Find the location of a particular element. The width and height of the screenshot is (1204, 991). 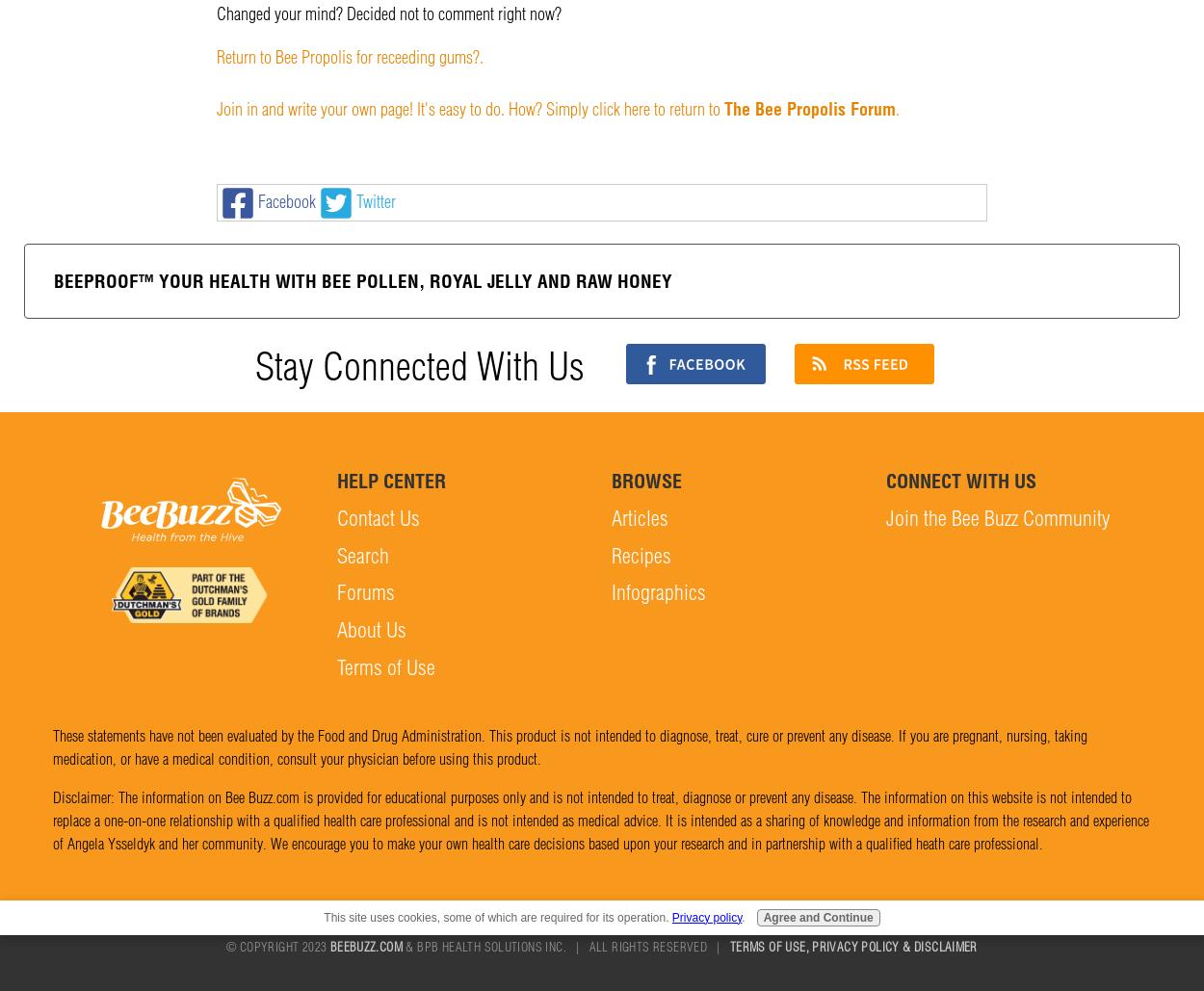

'BeeBuzz.com' is located at coordinates (366, 946).